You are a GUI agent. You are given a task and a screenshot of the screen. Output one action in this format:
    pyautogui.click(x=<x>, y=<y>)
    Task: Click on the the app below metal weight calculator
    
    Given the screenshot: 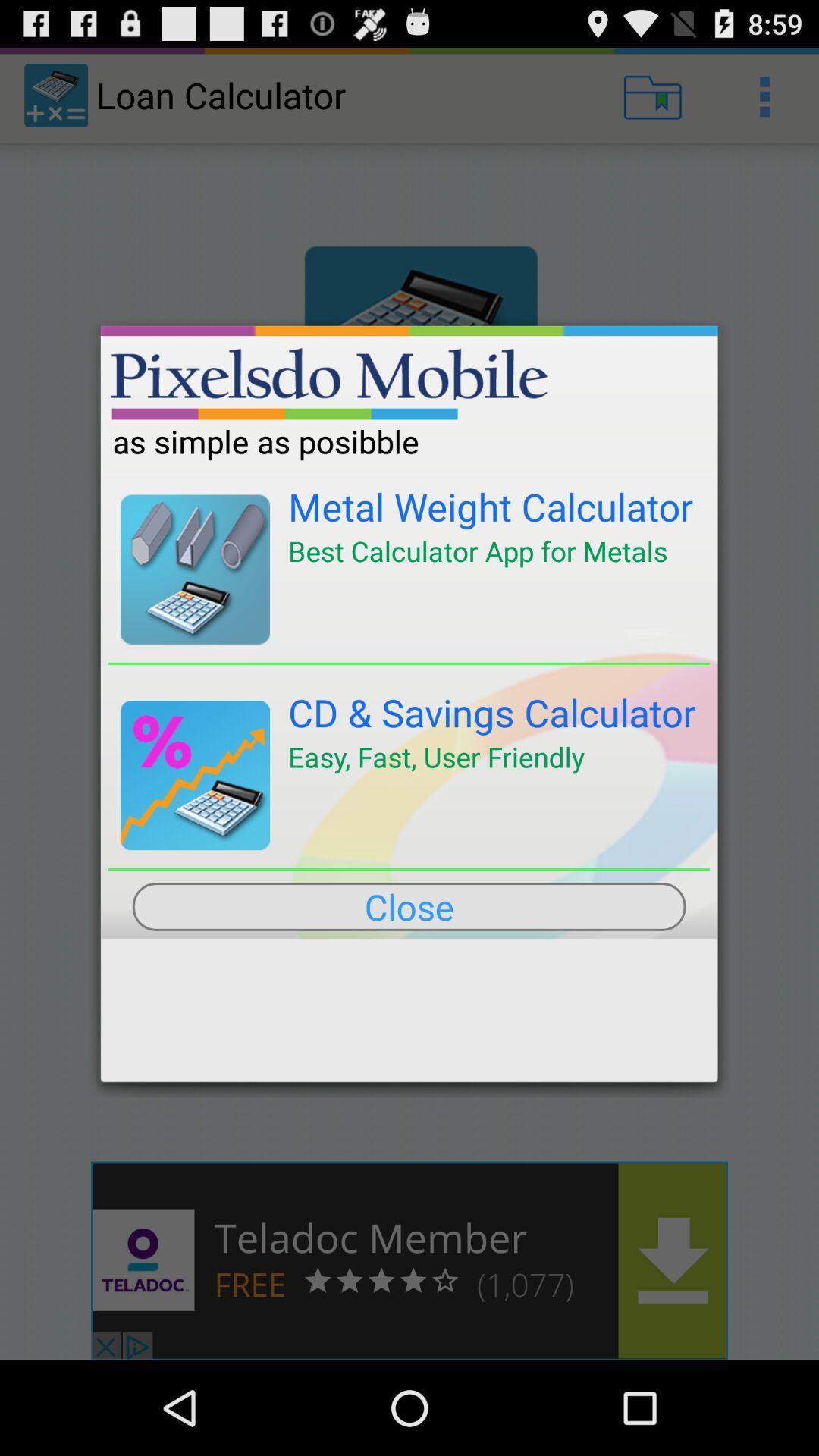 What is the action you would take?
    pyautogui.click(x=478, y=550)
    